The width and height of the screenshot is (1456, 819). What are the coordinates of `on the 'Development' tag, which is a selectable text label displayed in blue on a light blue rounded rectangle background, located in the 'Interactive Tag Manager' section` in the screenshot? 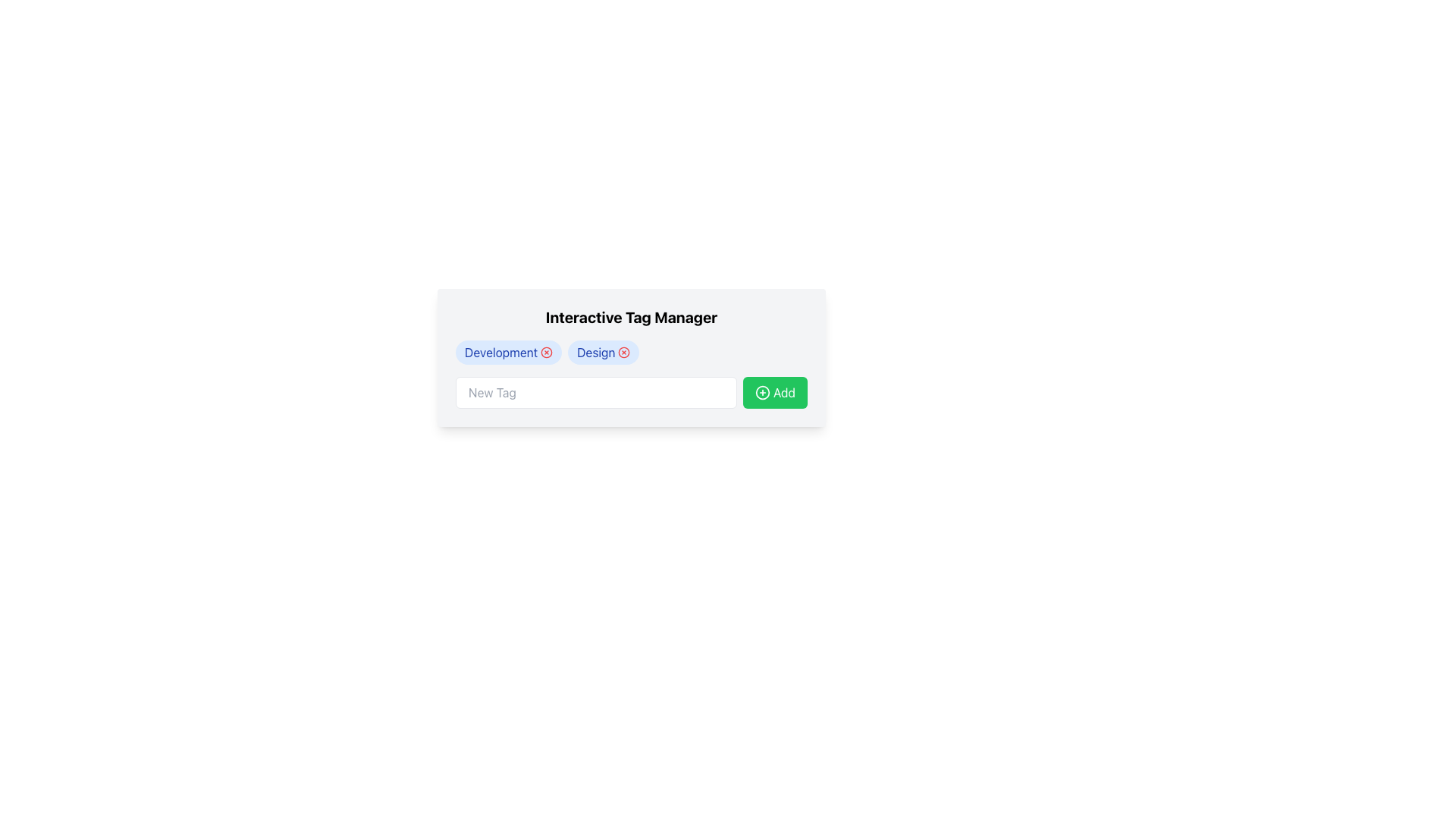 It's located at (501, 353).